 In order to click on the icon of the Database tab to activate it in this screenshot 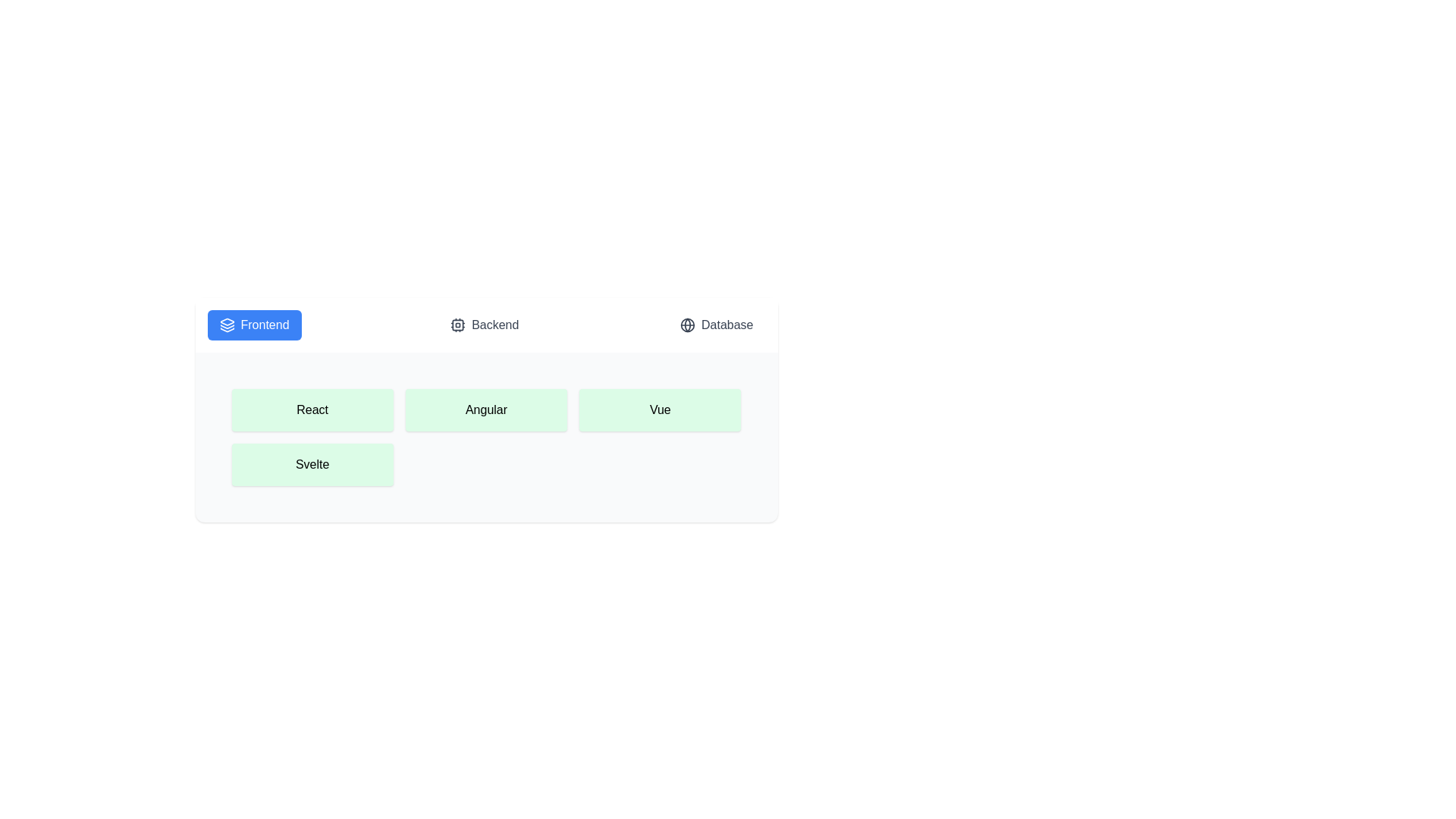, I will do `click(687, 324)`.